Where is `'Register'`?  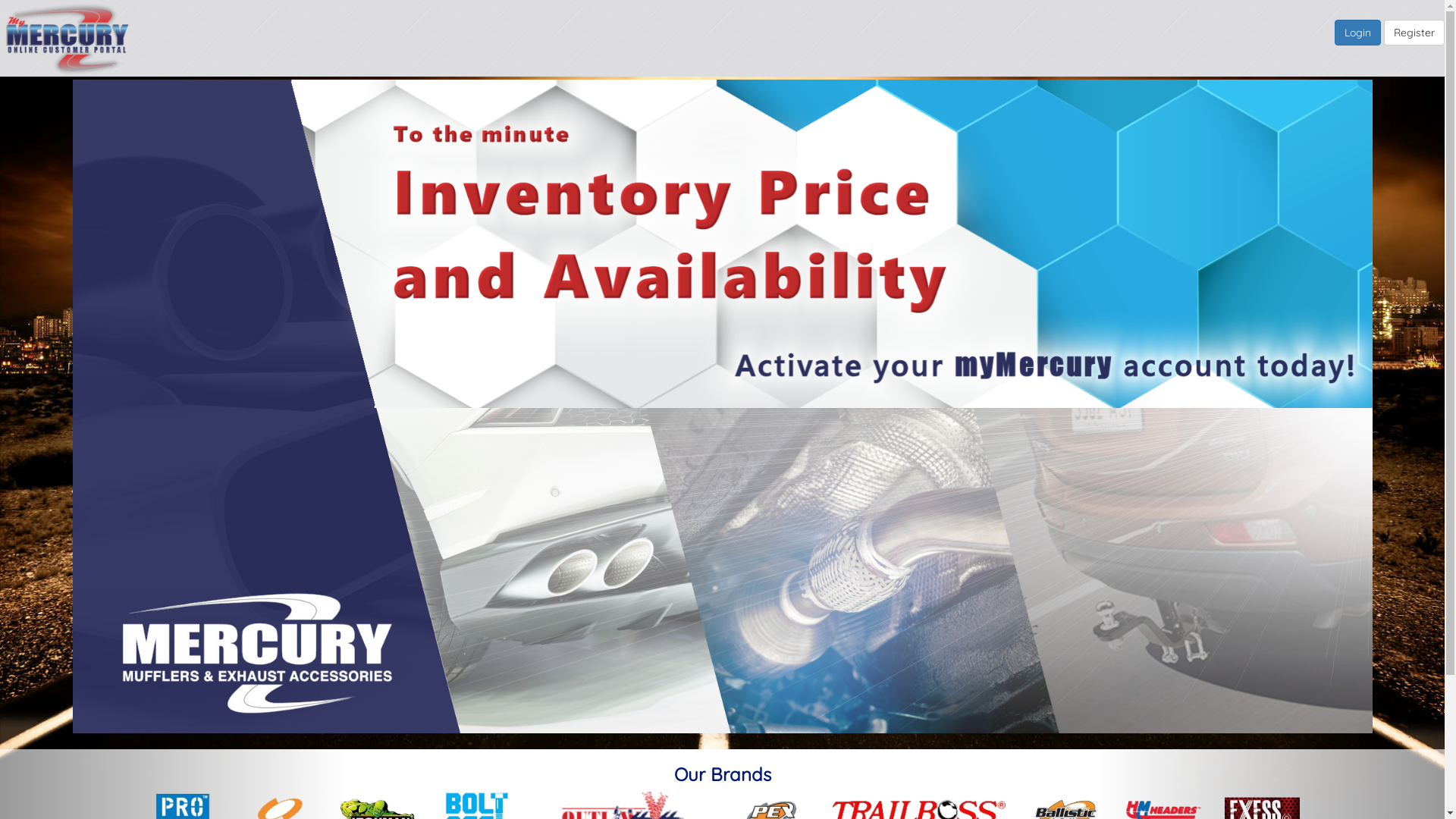
'Register' is located at coordinates (1383, 32).